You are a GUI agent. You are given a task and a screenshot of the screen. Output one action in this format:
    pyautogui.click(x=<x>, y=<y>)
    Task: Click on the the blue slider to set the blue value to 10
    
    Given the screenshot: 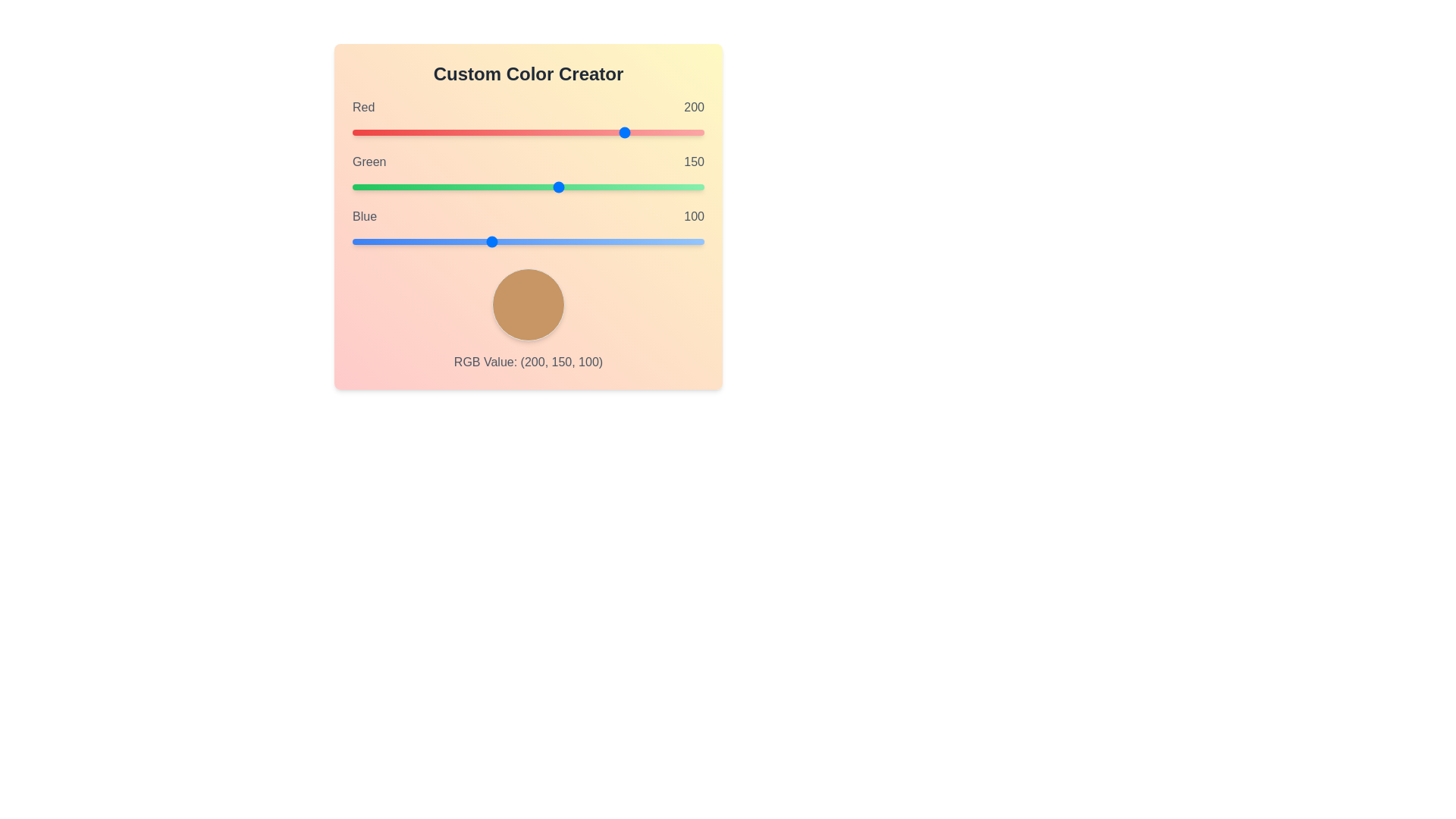 What is the action you would take?
    pyautogui.click(x=366, y=241)
    